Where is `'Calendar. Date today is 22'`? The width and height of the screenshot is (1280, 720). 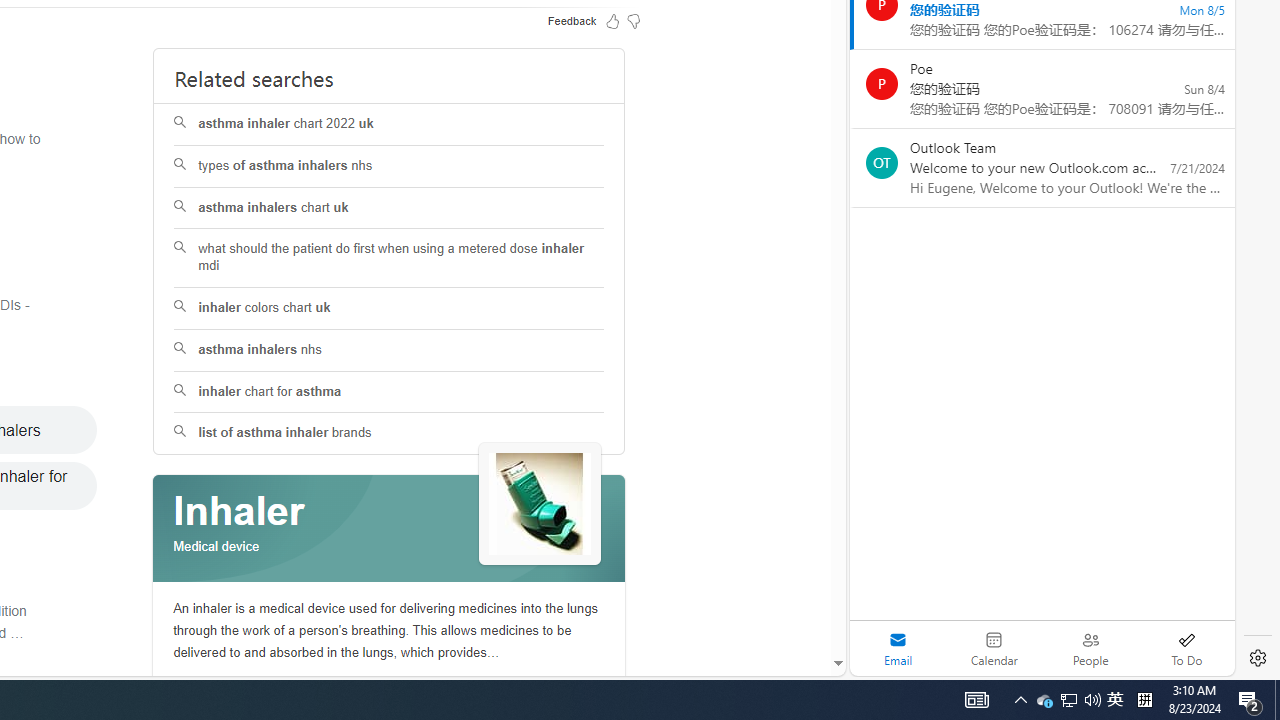 'Calendar. Date today is 22' is located at coordinates (994, 648).